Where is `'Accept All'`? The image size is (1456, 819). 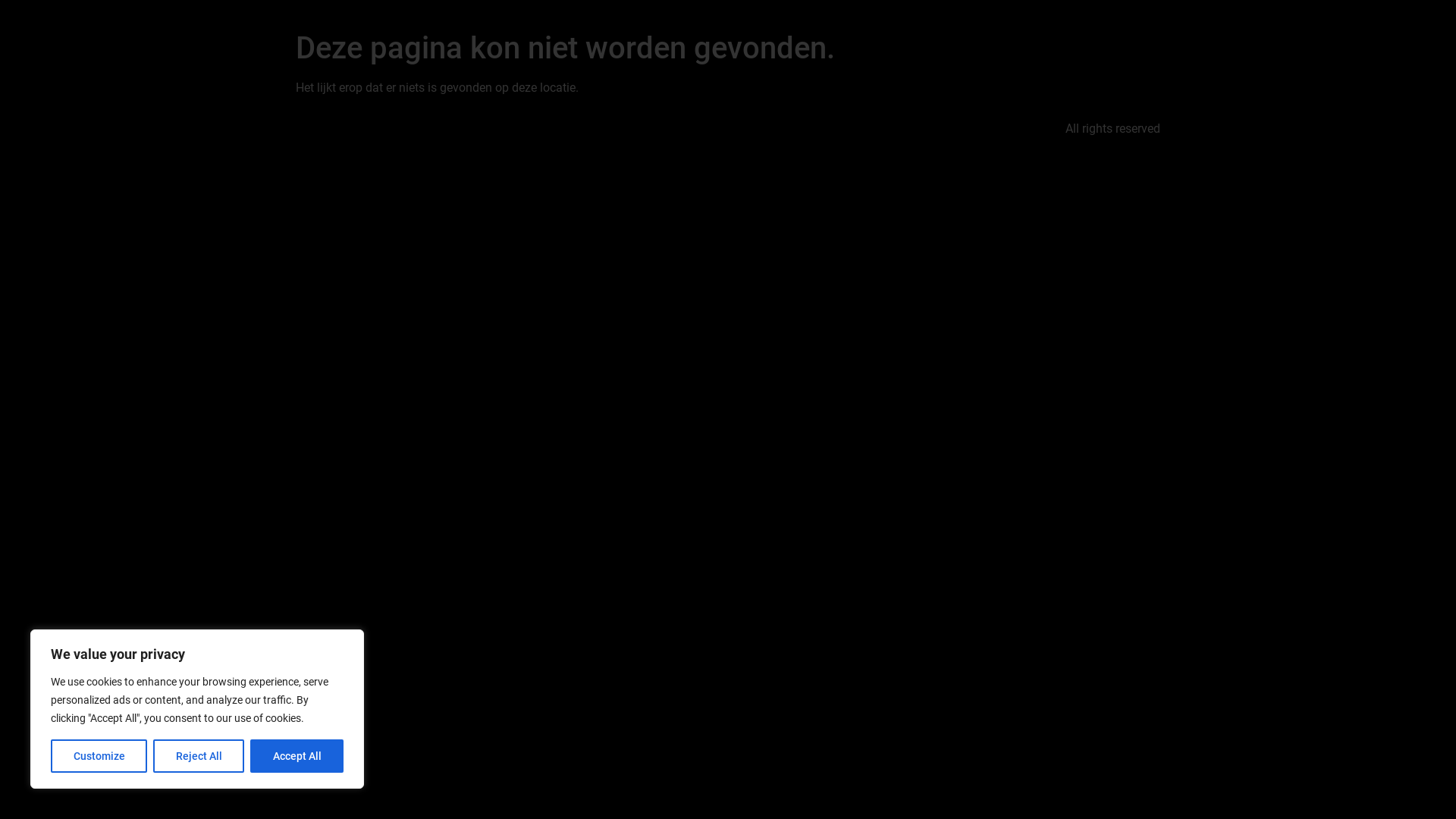
'Accept All' is located at coordinates (297, 755).